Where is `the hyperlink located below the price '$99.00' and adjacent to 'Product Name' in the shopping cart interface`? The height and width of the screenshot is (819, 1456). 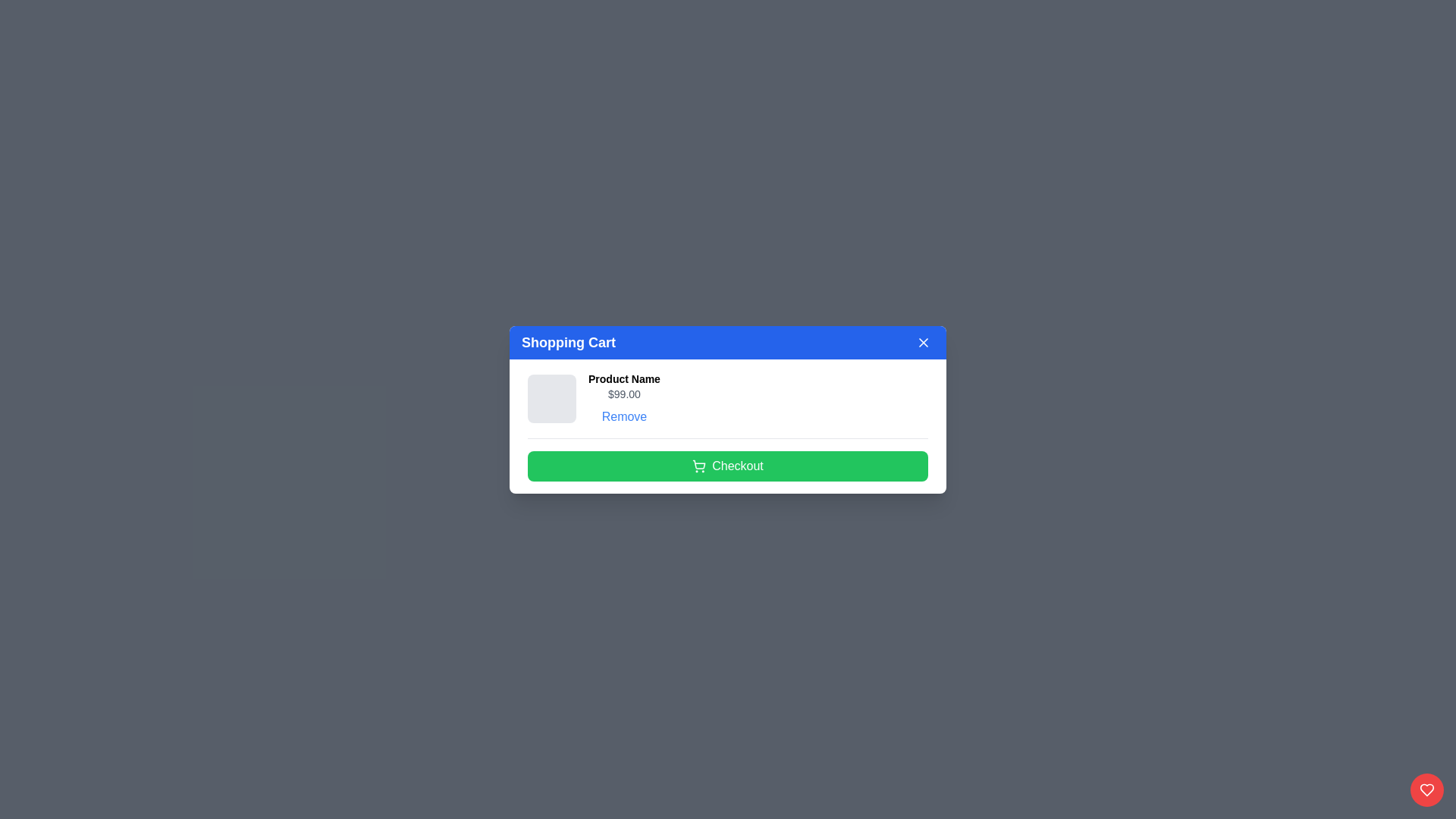 the hyperlink located below the price '$99.00' and adjacent to 'Product Name' in the shopping cart interface is located at coordinates (624, 416).